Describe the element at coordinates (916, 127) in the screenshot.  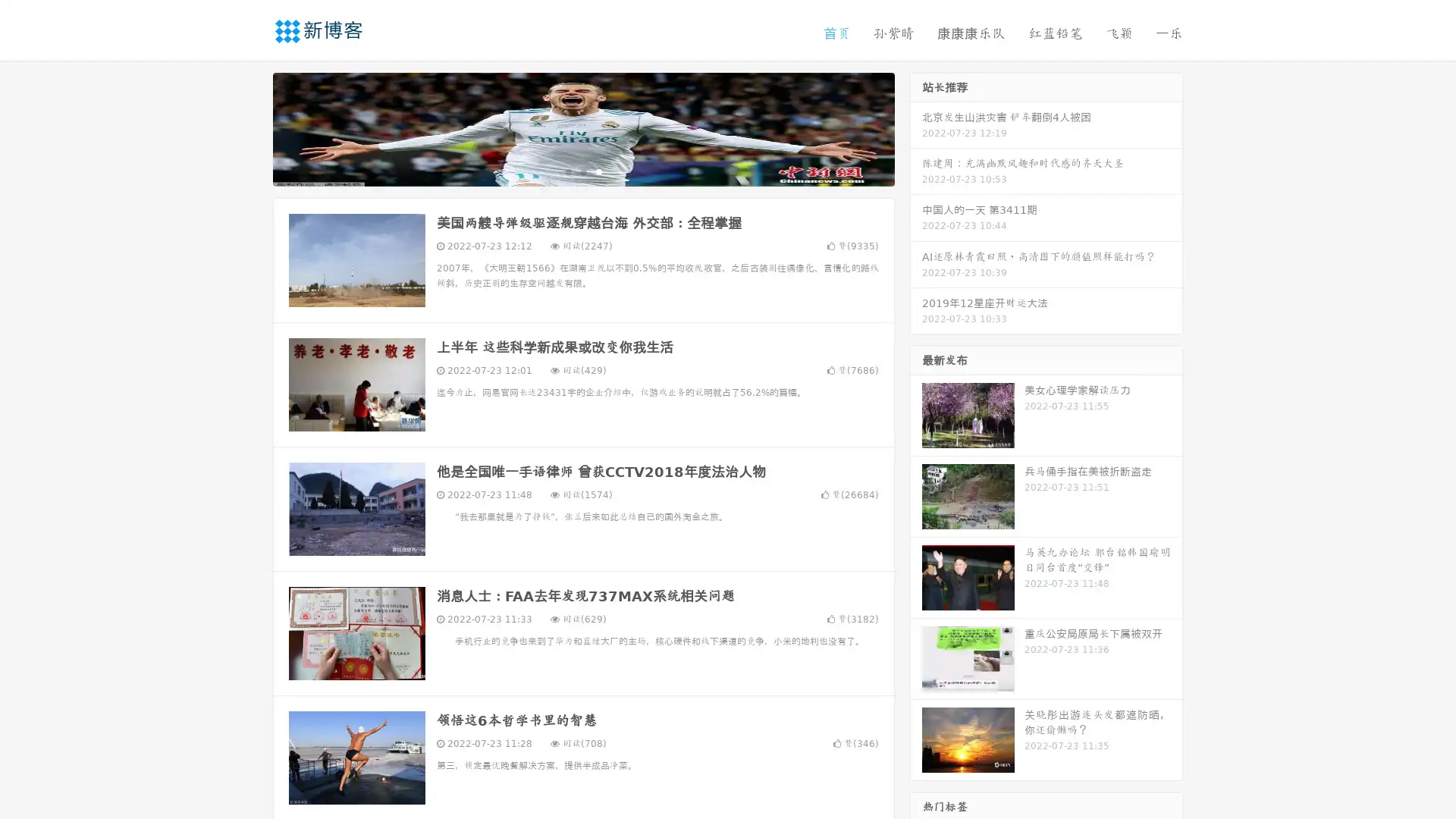
I see `Next slide` at that location.